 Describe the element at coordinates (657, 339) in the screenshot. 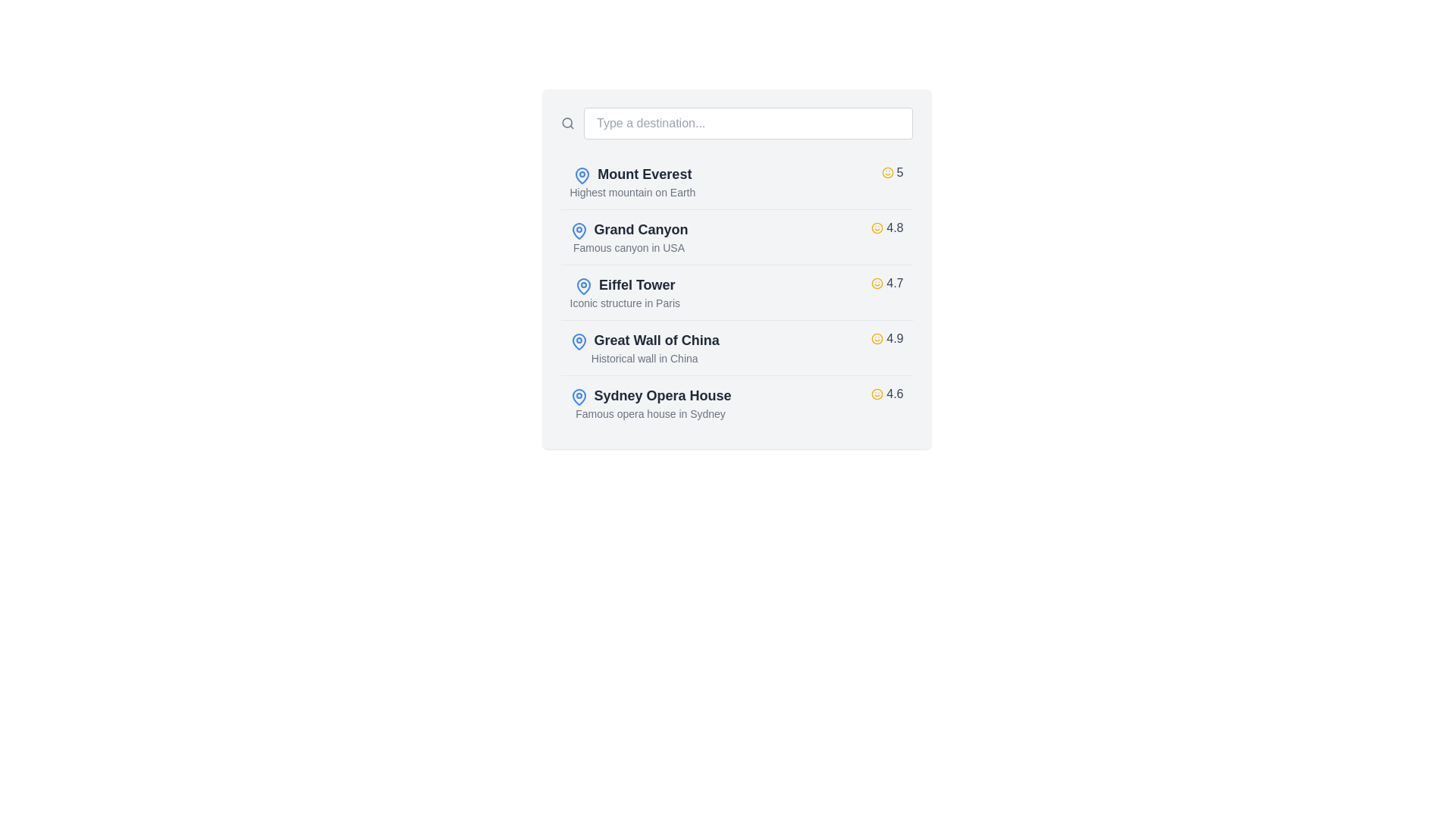

I see `the text label representing the Great Wall of China, which is the main title in the fourth position of the vertical list` at that location.